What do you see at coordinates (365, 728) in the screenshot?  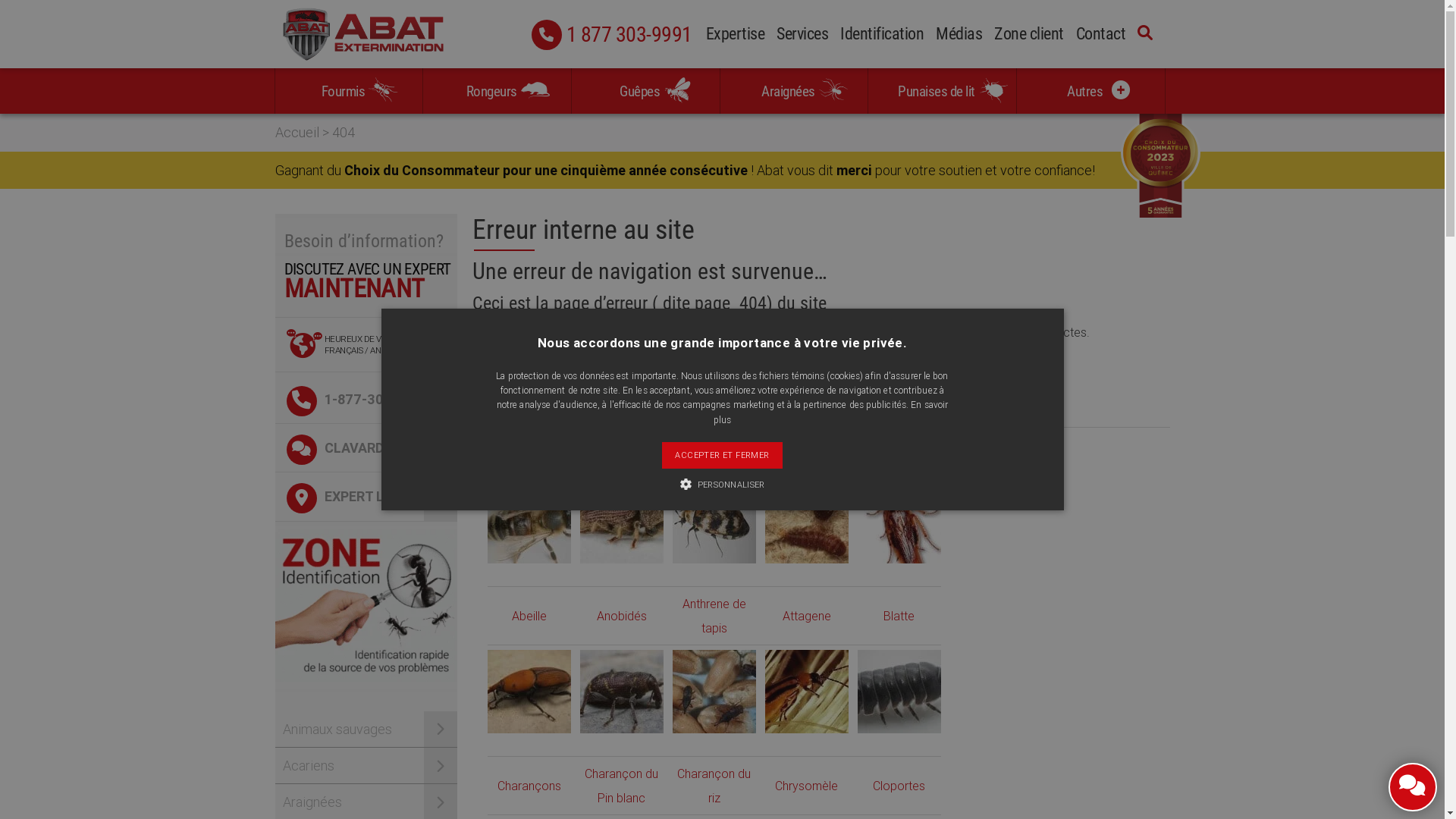 I see `'Animaux sauvages'` at bounding box center [365, 728].